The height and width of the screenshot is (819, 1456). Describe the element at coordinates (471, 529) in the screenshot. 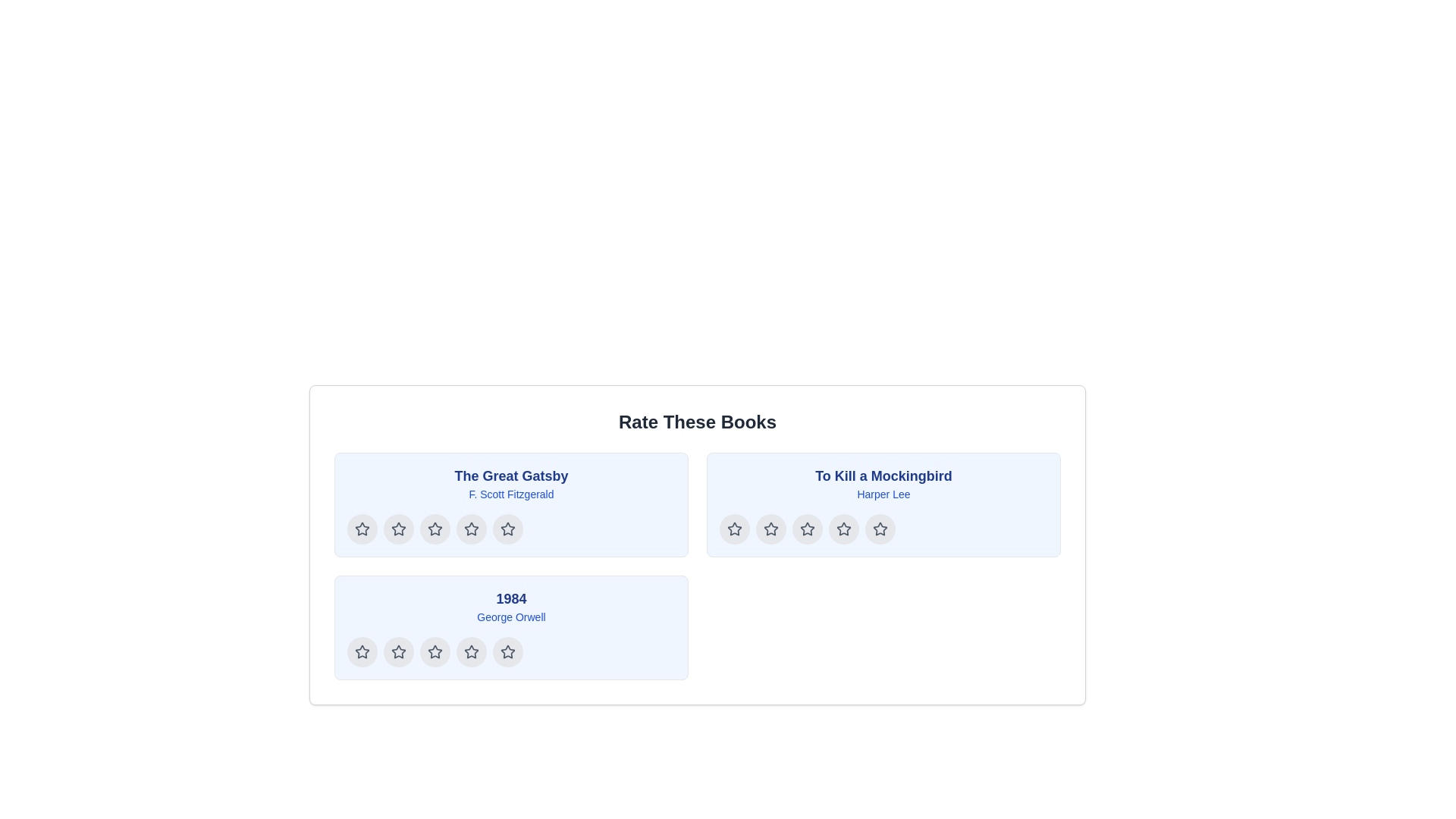

I see `the third star icon in the rating button for the book 'The Great Gatsby'` at that location.